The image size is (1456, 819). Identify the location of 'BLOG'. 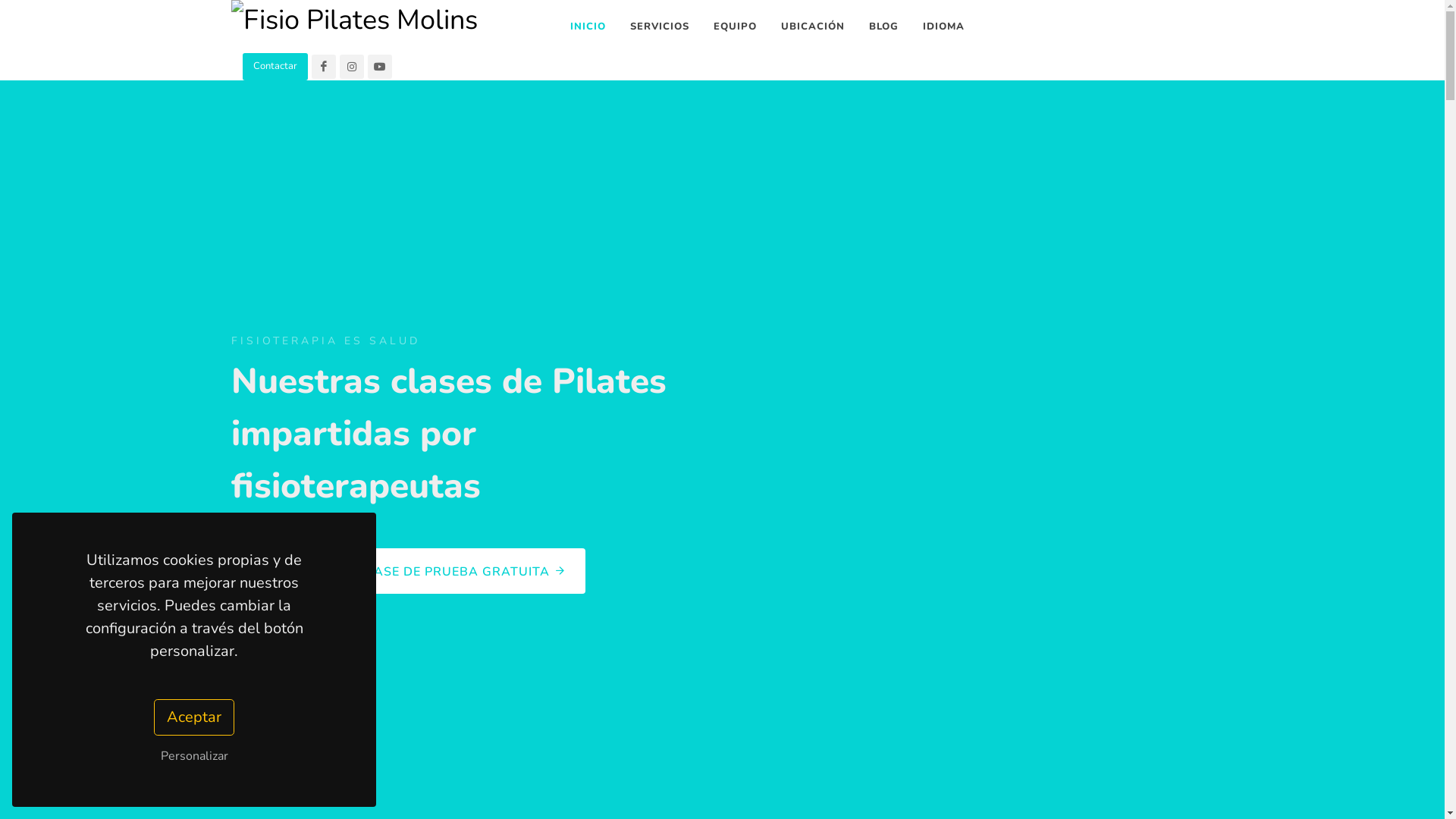
(883, 26).